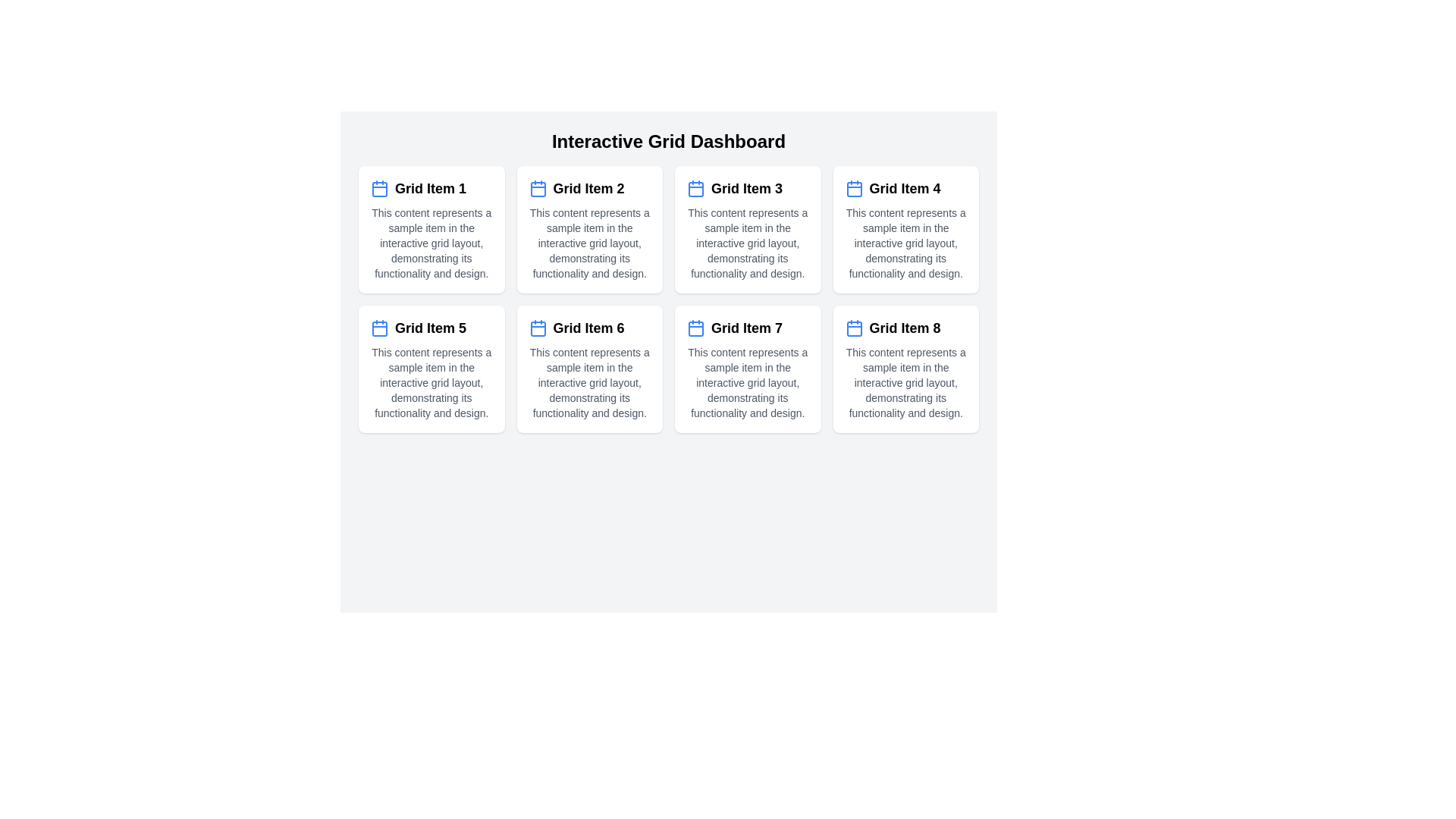  Describe the element at coordinates (695, 328) in the screenshot. I see `the decorative graphic element representing part of the calendar icon located in 'Grid Item 7', fourth row, centered within the icon area` at that location.